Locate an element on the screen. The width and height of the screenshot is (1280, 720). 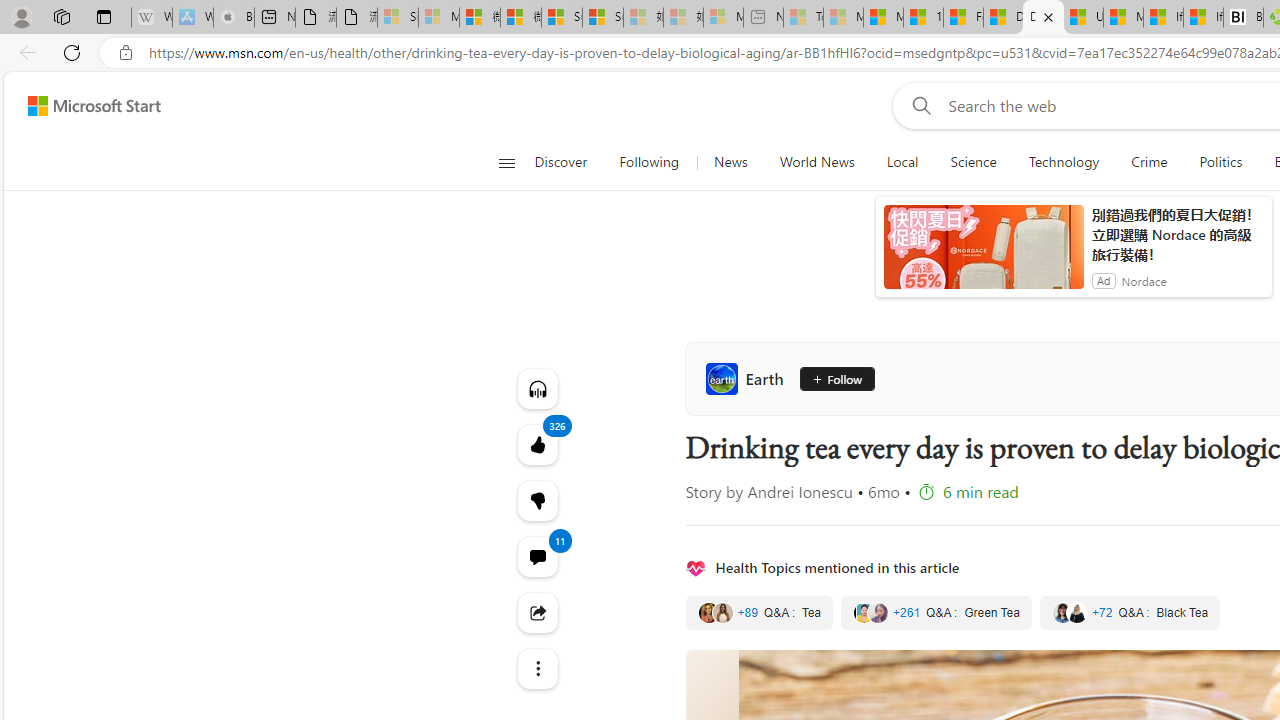
'News' is located at coordinates (729, 162).